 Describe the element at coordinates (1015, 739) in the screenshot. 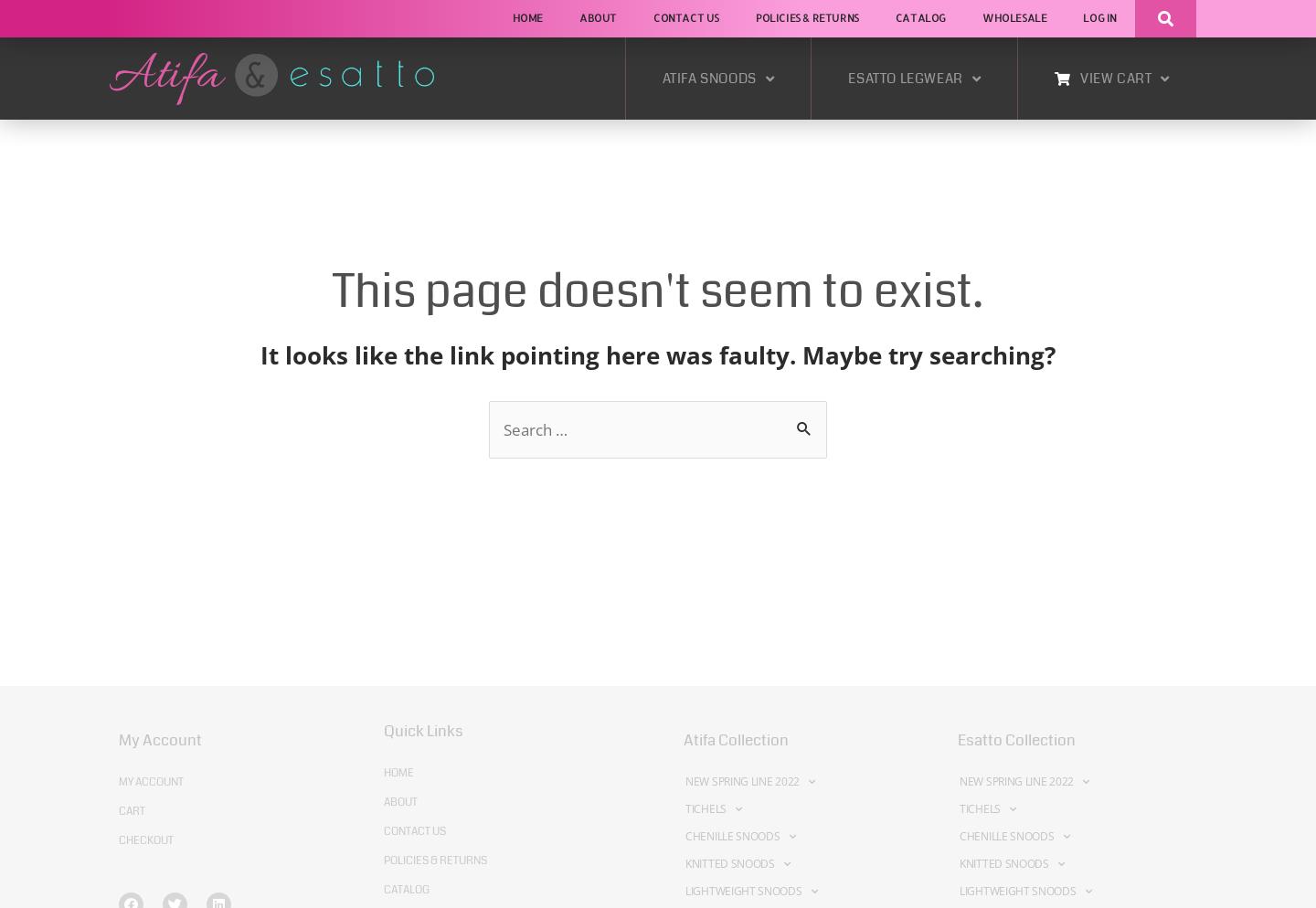

I see `'Esatto Collection'` at that location.